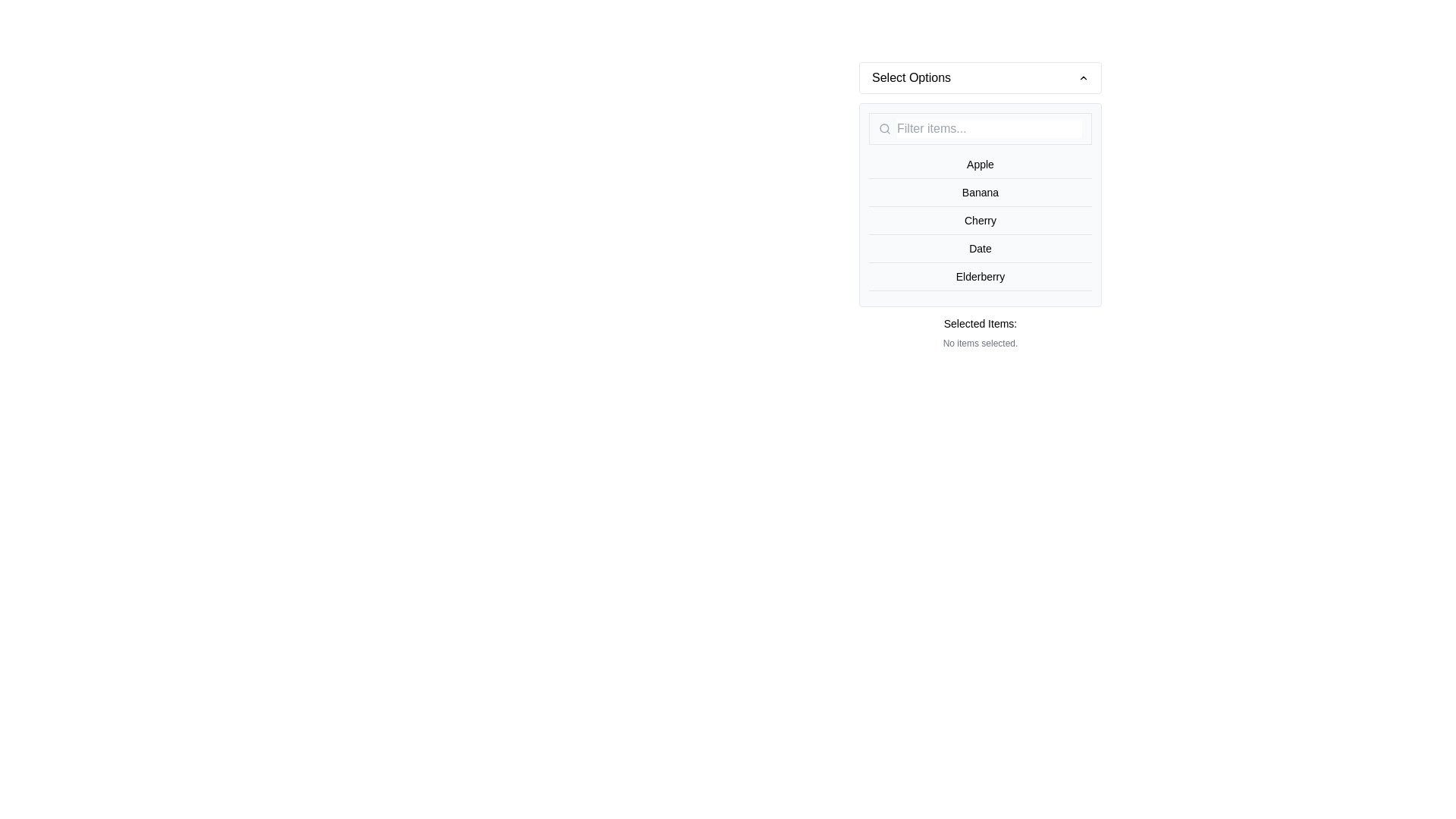  What do you see at coordinates (884, 127) in the screenshot?
I see `the decorative search icon located to the left of the input field labeled 'Filter items...'` at bounding box center [884, 127].